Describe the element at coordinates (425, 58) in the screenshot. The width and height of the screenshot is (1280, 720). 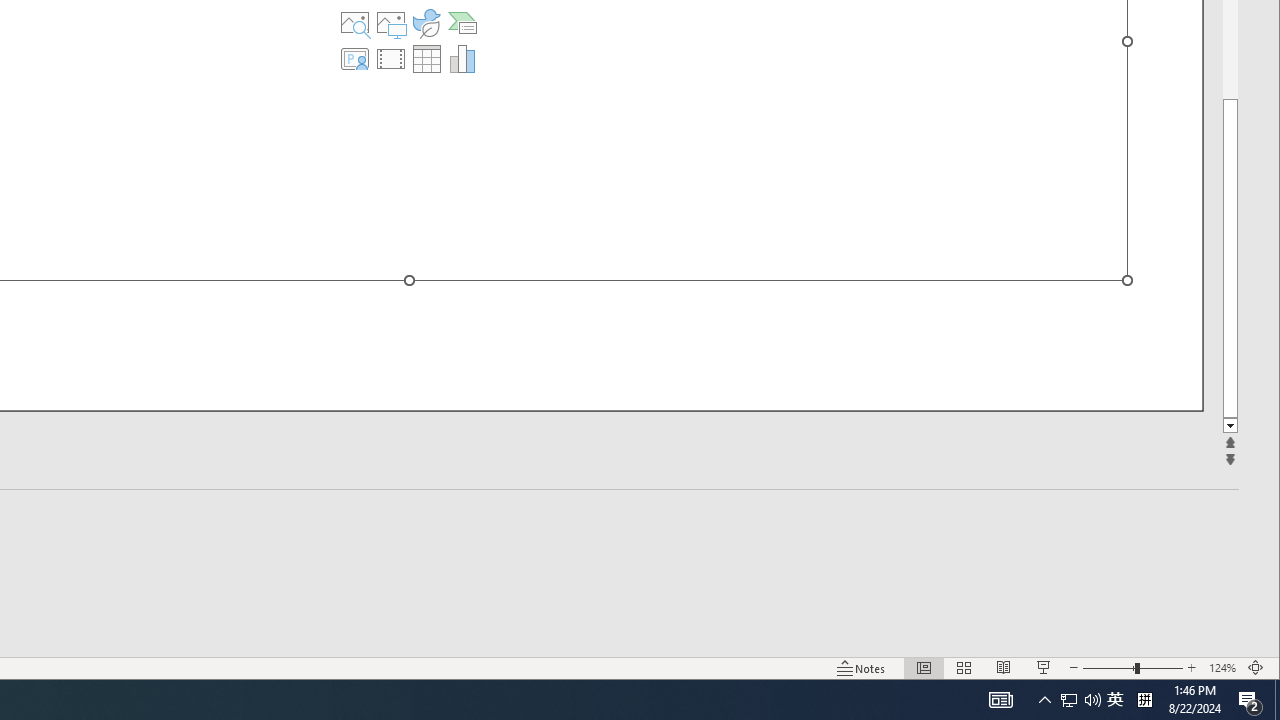
I see `'Insert Table'` at that location.